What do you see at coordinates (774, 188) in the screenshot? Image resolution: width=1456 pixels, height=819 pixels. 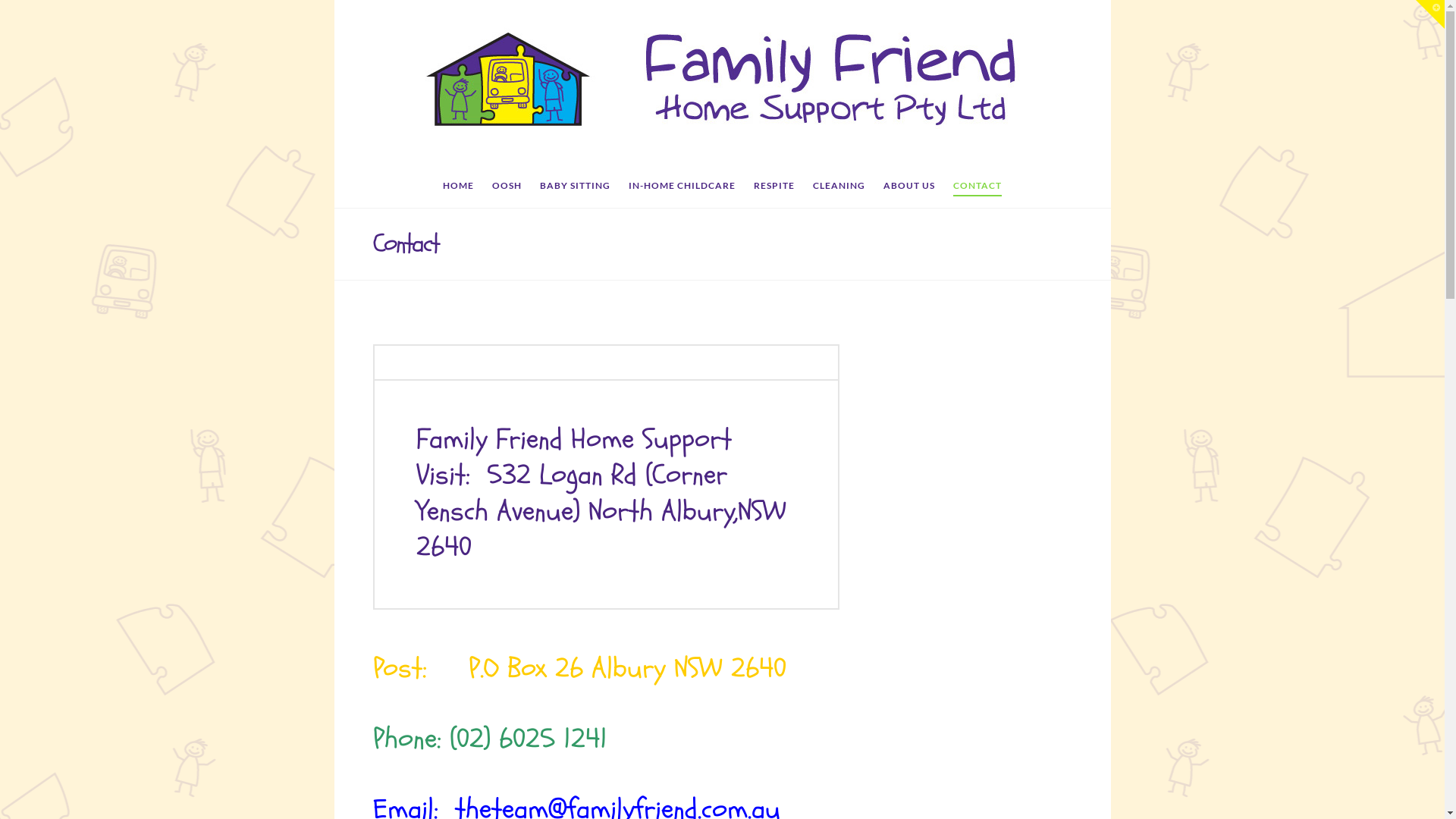 I see `'RESPITE'` at bounding box center [774, 188].